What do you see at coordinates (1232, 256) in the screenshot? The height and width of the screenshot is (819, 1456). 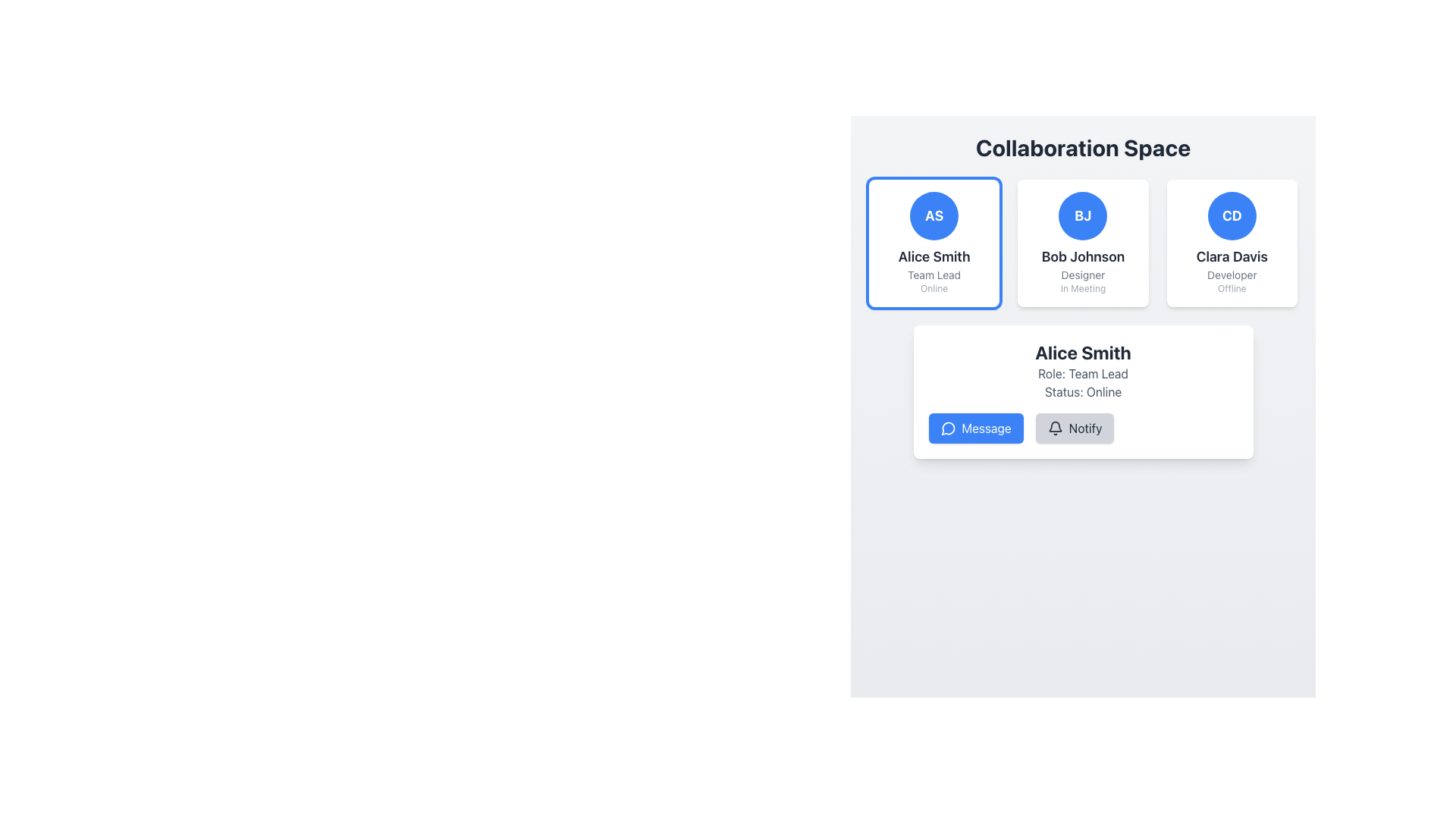 I see `the static text label displaying the full name of Clara Davis, which is positioned below the circular icon with initials 'CD' and above the label 'Developer' in the user profile card` at bounding box center [1232, 256].